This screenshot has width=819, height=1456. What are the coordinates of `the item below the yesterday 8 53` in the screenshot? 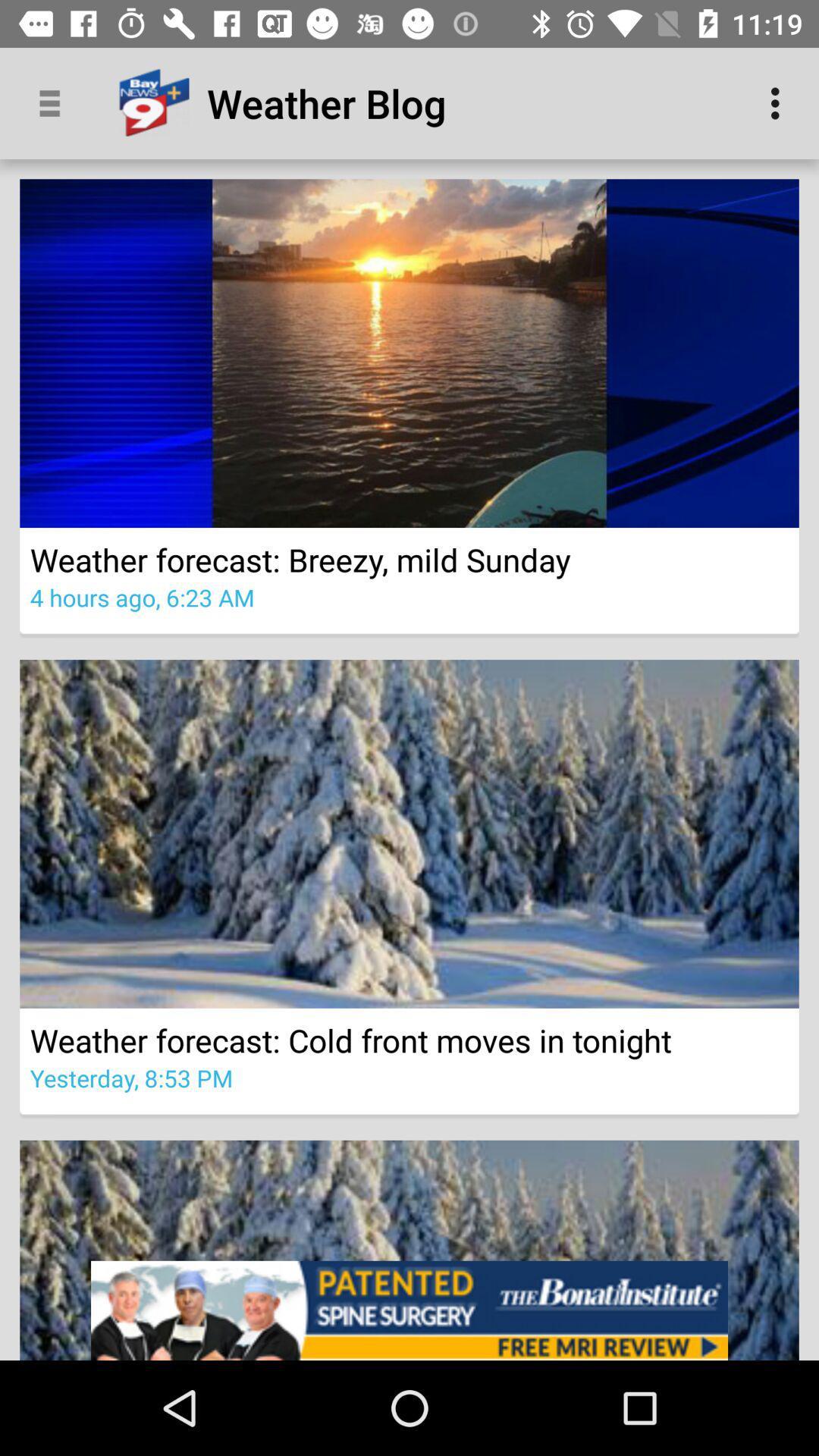 It's located at (409, 1310).